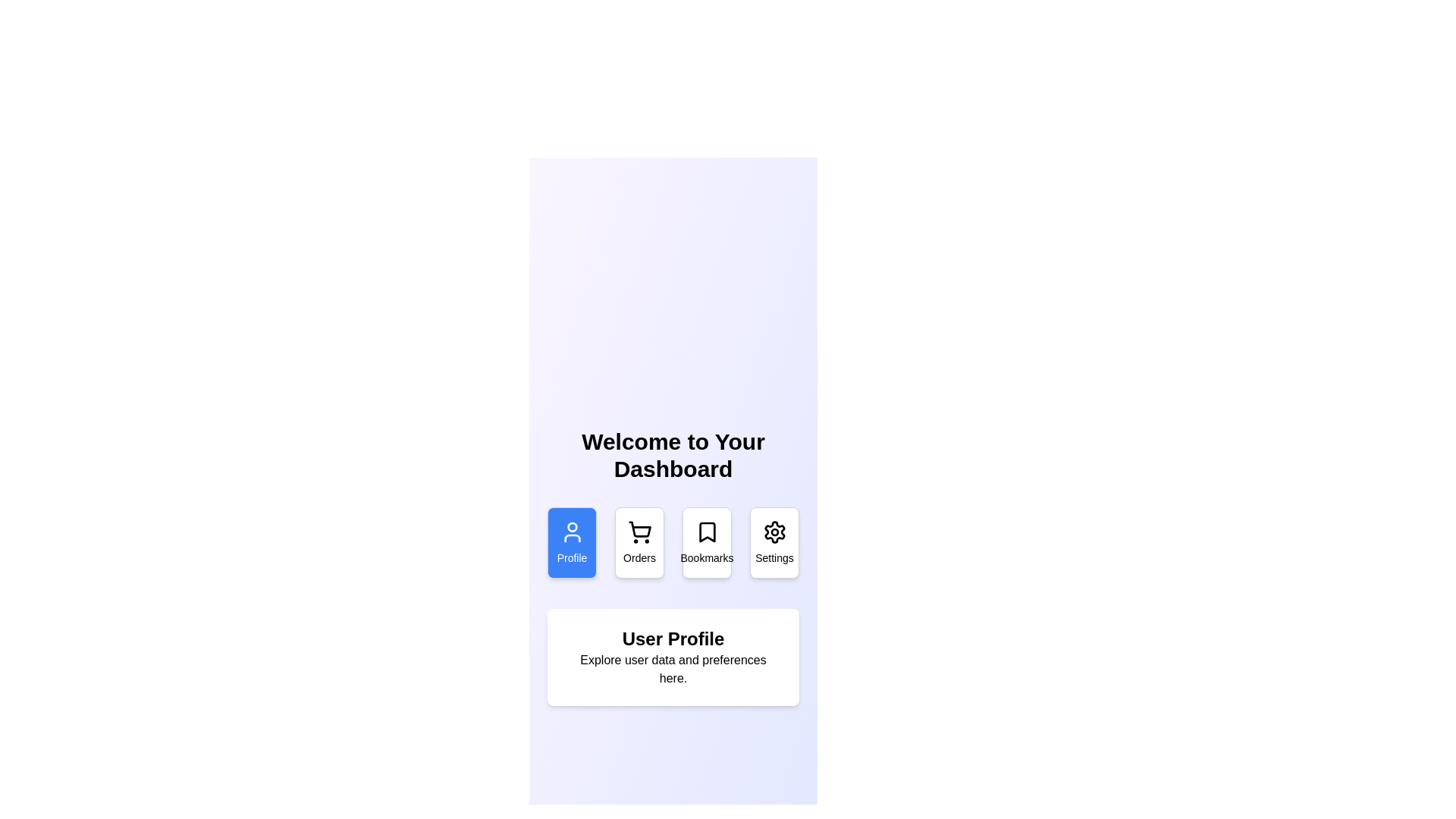 The image size is (1456, 819). I want to click on the 'Settings' text label located at the bottom of the fourth card in a horizontally aligned group of four cards below 'Welcome to Your Dashboard.', so click(774, 558).